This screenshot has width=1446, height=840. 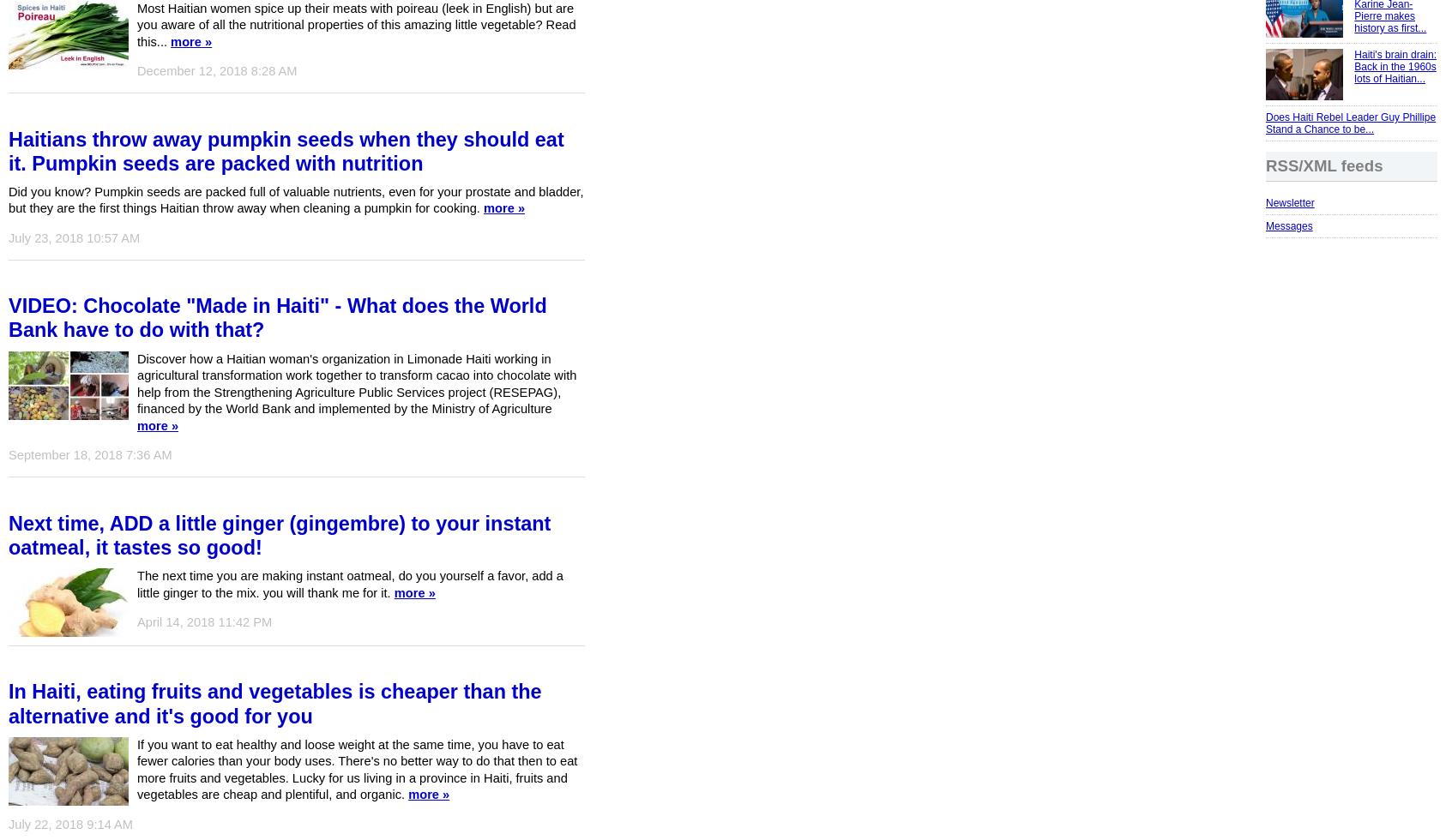 I want to click on 'April 14, 2018 11:42 PM', so click(x=137, y=621).